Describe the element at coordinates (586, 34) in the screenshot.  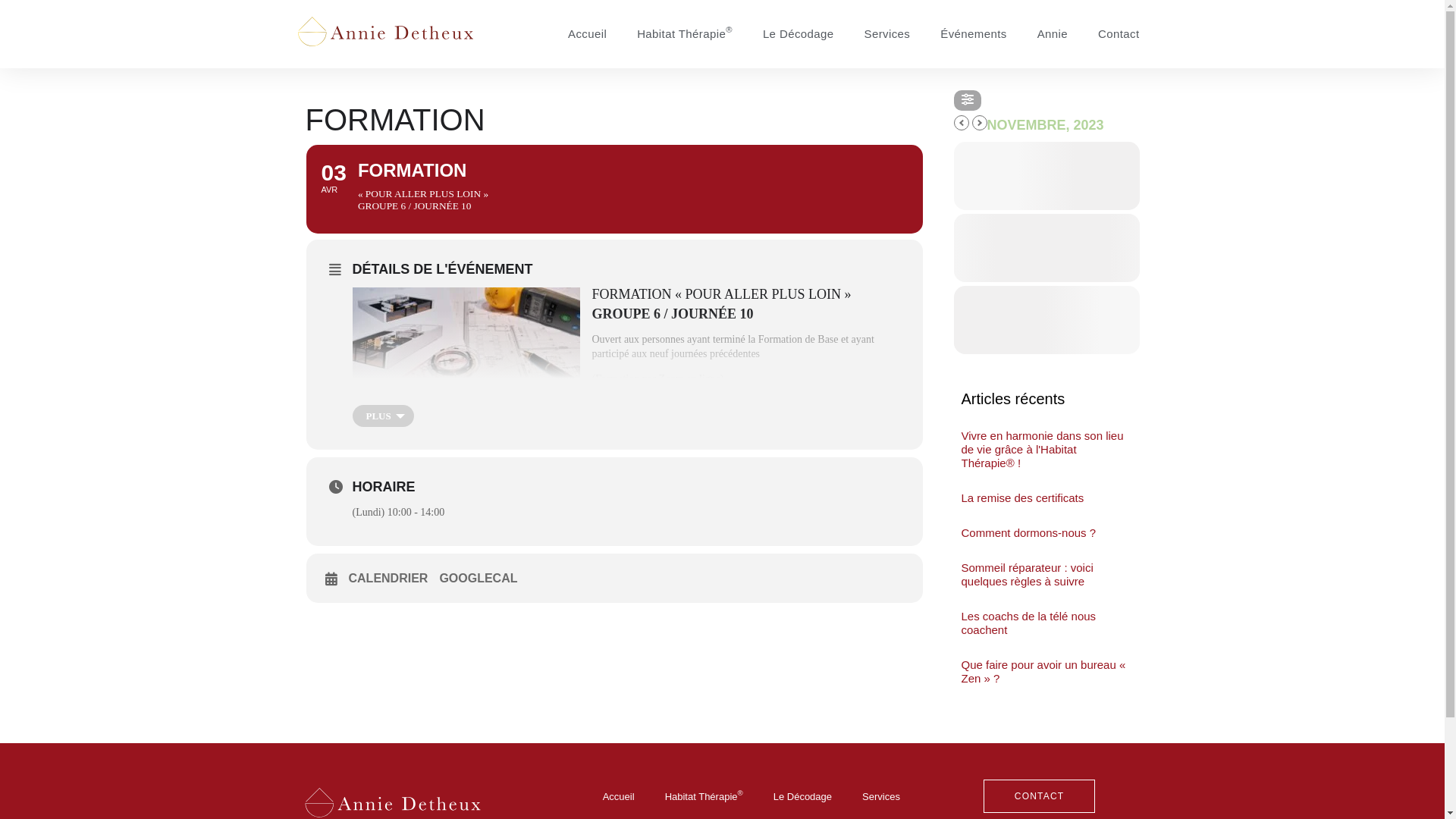
I see `'Accueil'` at that location.